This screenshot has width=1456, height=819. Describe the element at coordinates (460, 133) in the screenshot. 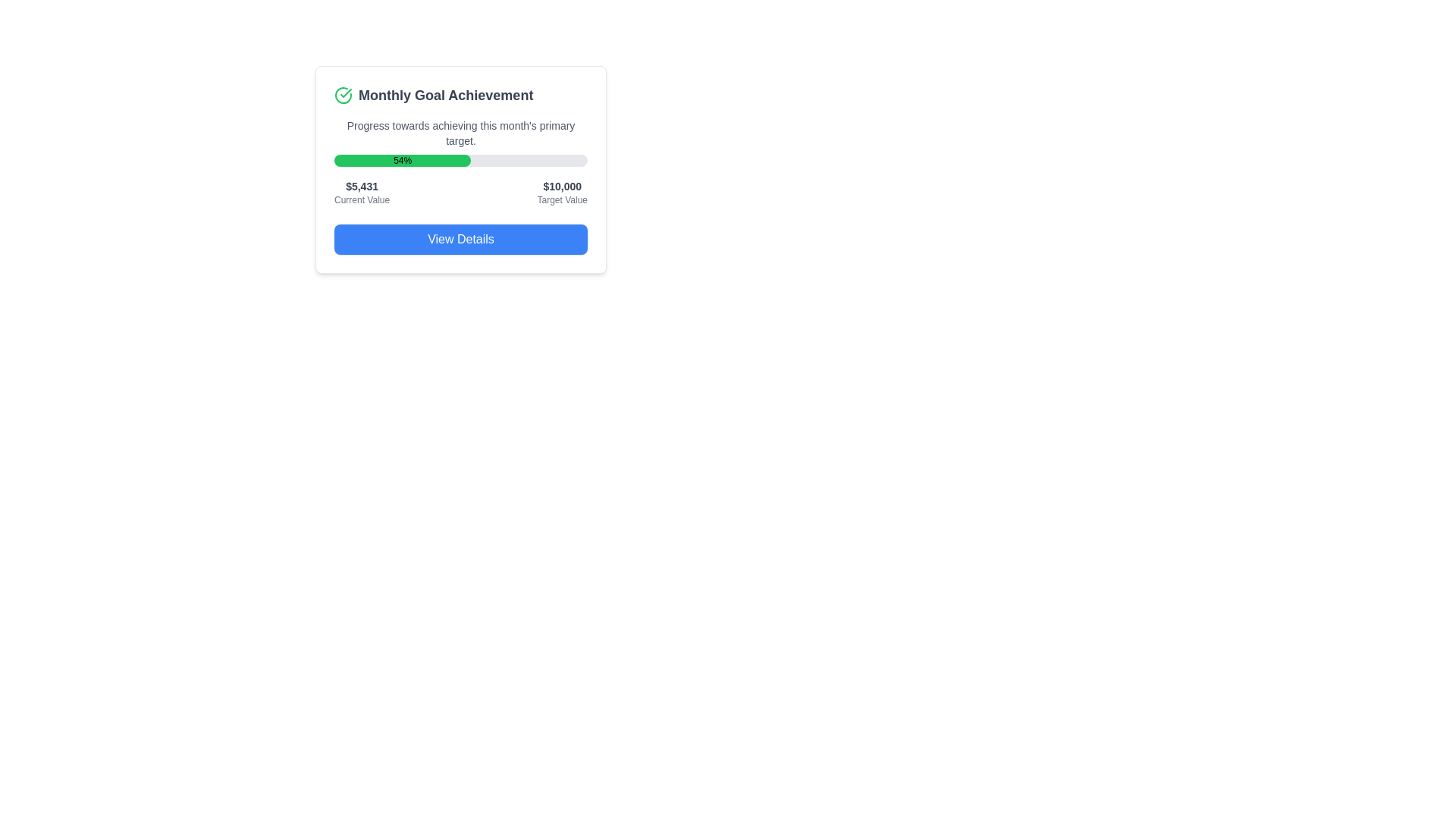

I see `informational text that describes the progress tracked within the user interface card, located below the title 'Monthly Goal Achievement' and above a progress bar indicating 54%` at that location.